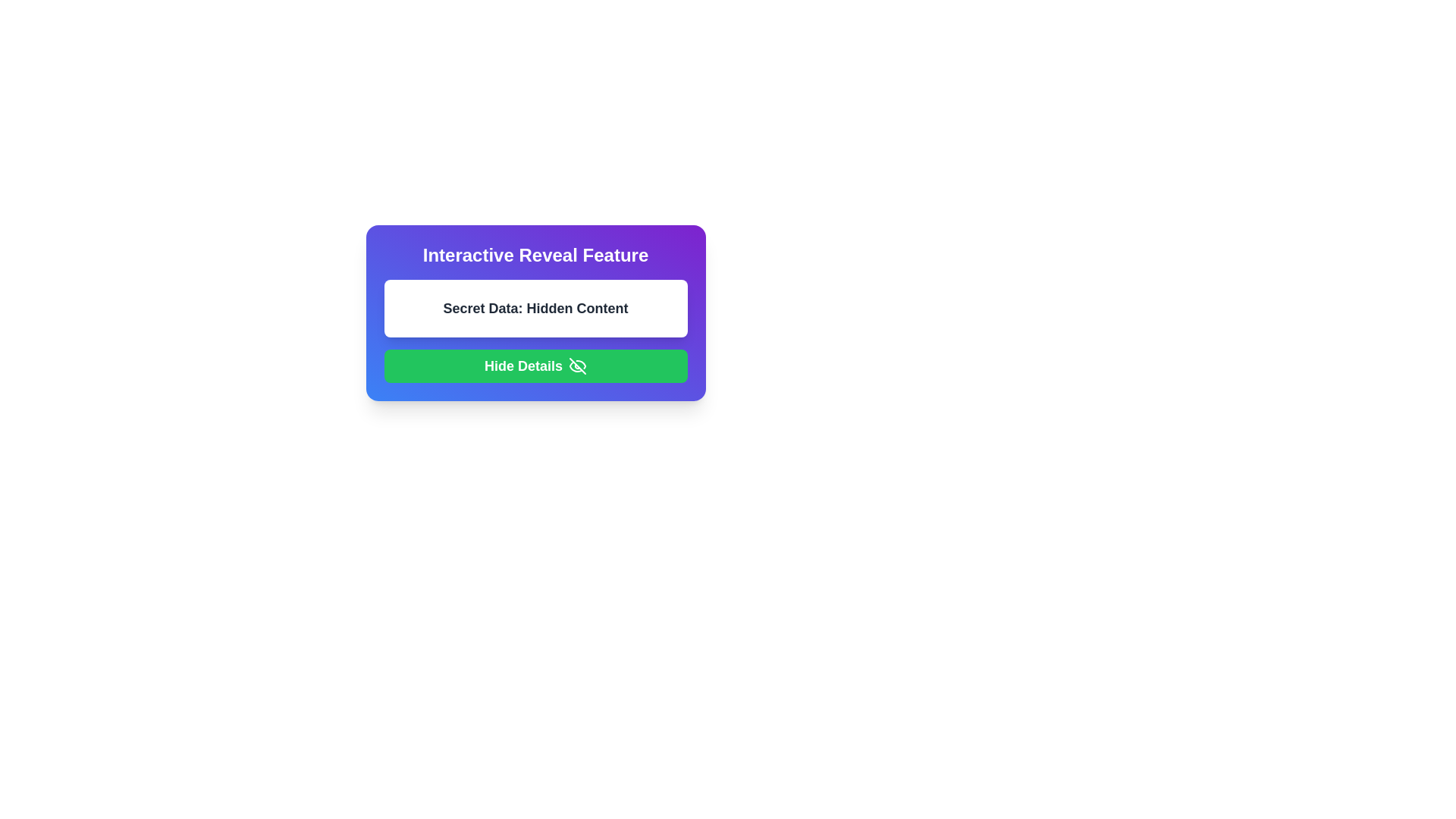 The width and height of the screenshot is (1456, 819). What do you see at coordinates (535, 254) in the screenshot?
I see `text heading that introduces or describes the content of the surrounding interface, positioned above the 'Secret Data: Hidden Content' section` at bounding box center [535, 254].